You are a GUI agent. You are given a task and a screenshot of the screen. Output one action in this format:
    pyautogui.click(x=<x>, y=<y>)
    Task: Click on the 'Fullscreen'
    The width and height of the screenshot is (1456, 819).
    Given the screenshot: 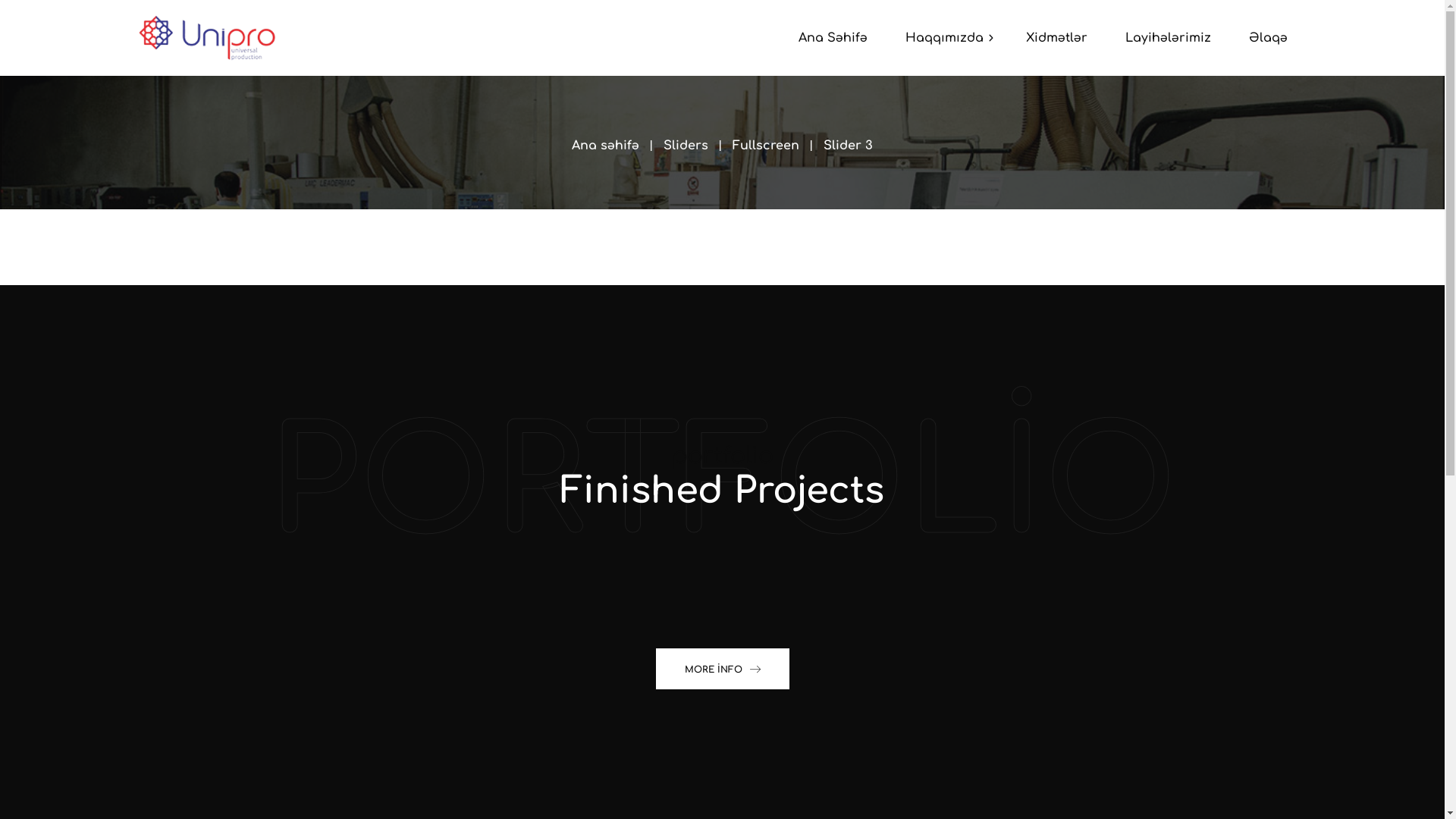 What is the action you would take?
    pyautogui.click(x=765, y=146)
    